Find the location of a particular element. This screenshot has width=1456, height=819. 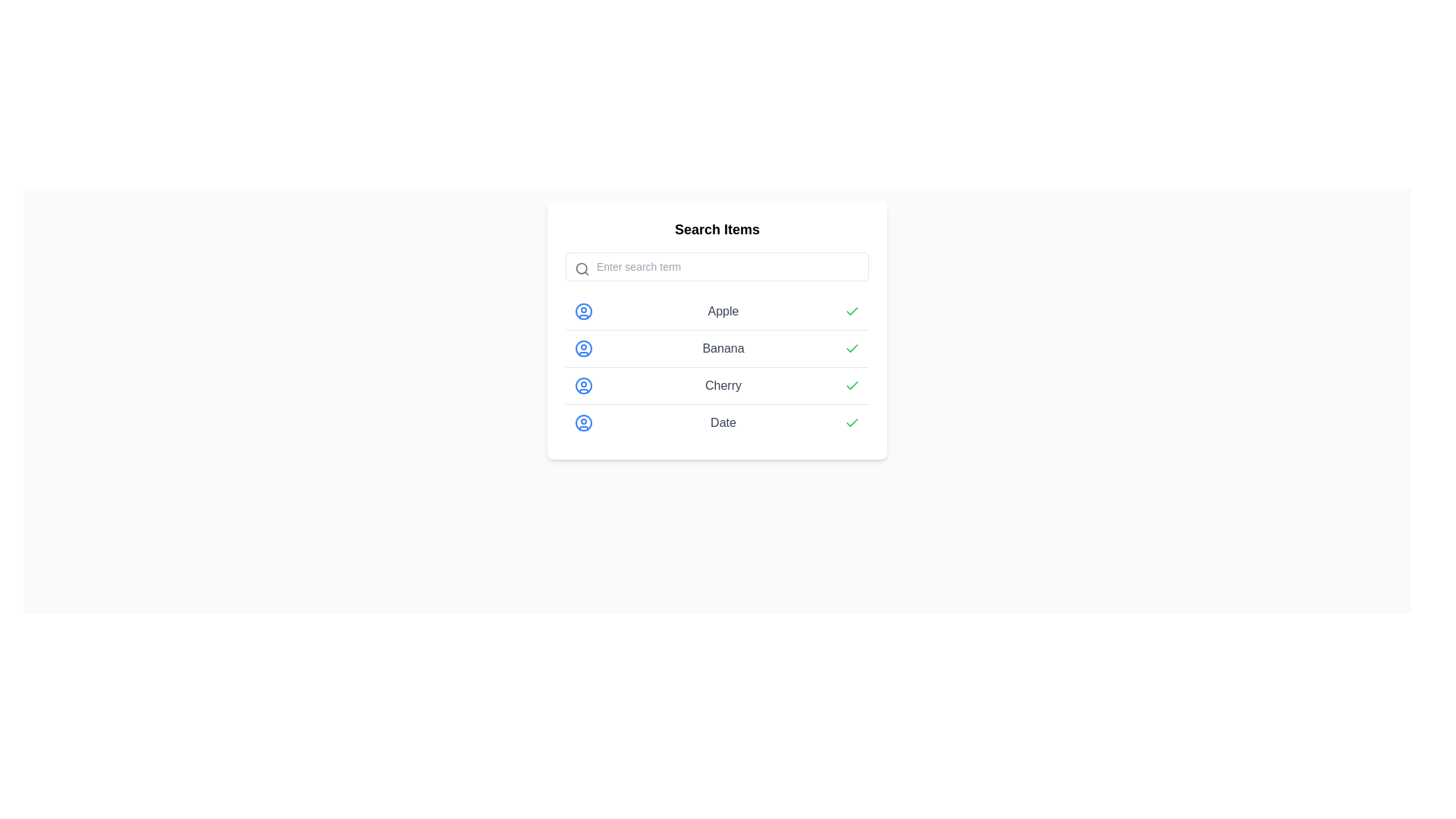

the second list item labeled 'Banana', which features a user icon on the left and a green checkmark on the right, to view options for the item is located at coordinates (716, 348).